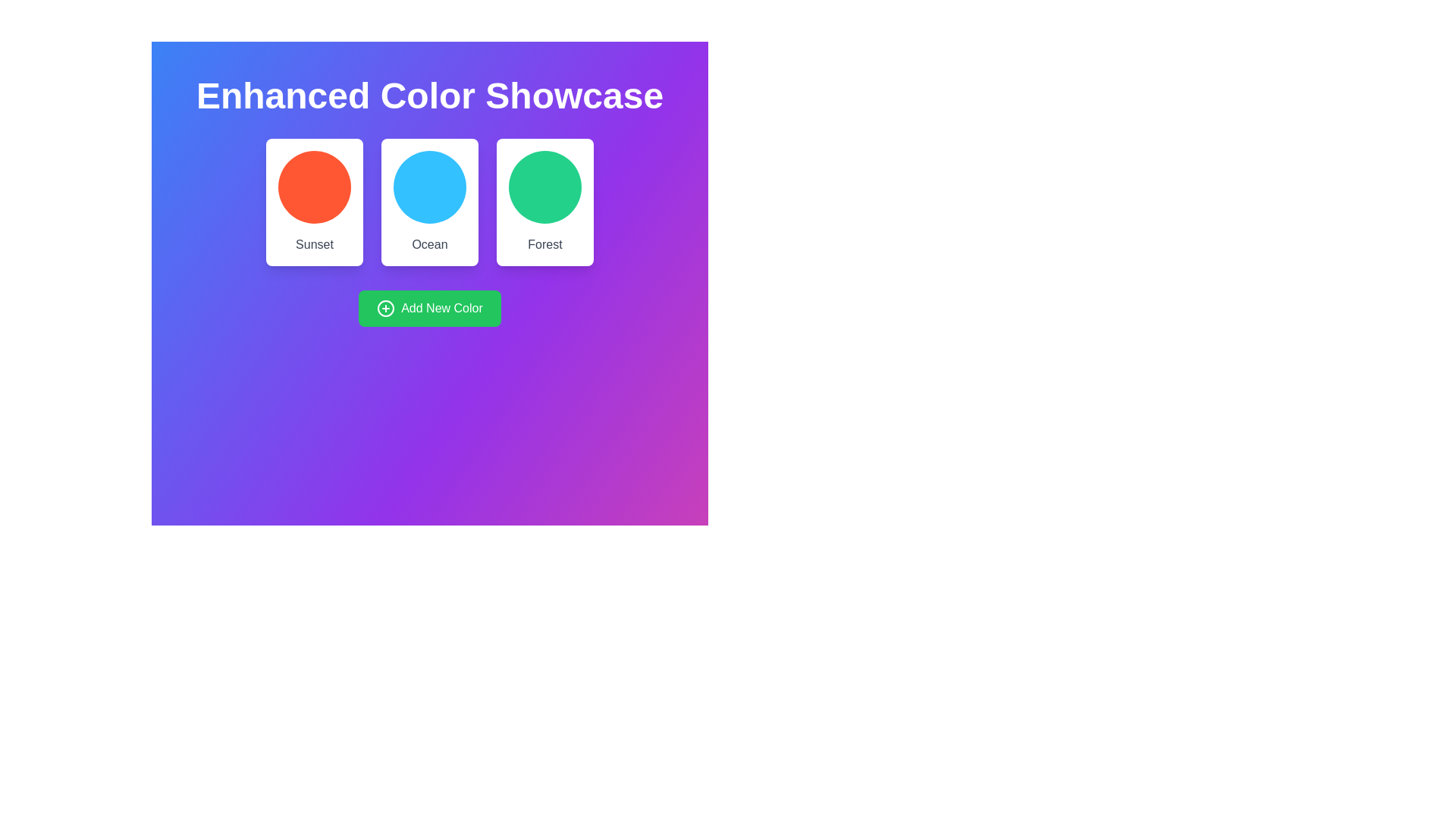  Describe the element at coordinates (428, 308) in the screenshot. I see `the green rectangular button labeled 'Add New Color'` at that location.